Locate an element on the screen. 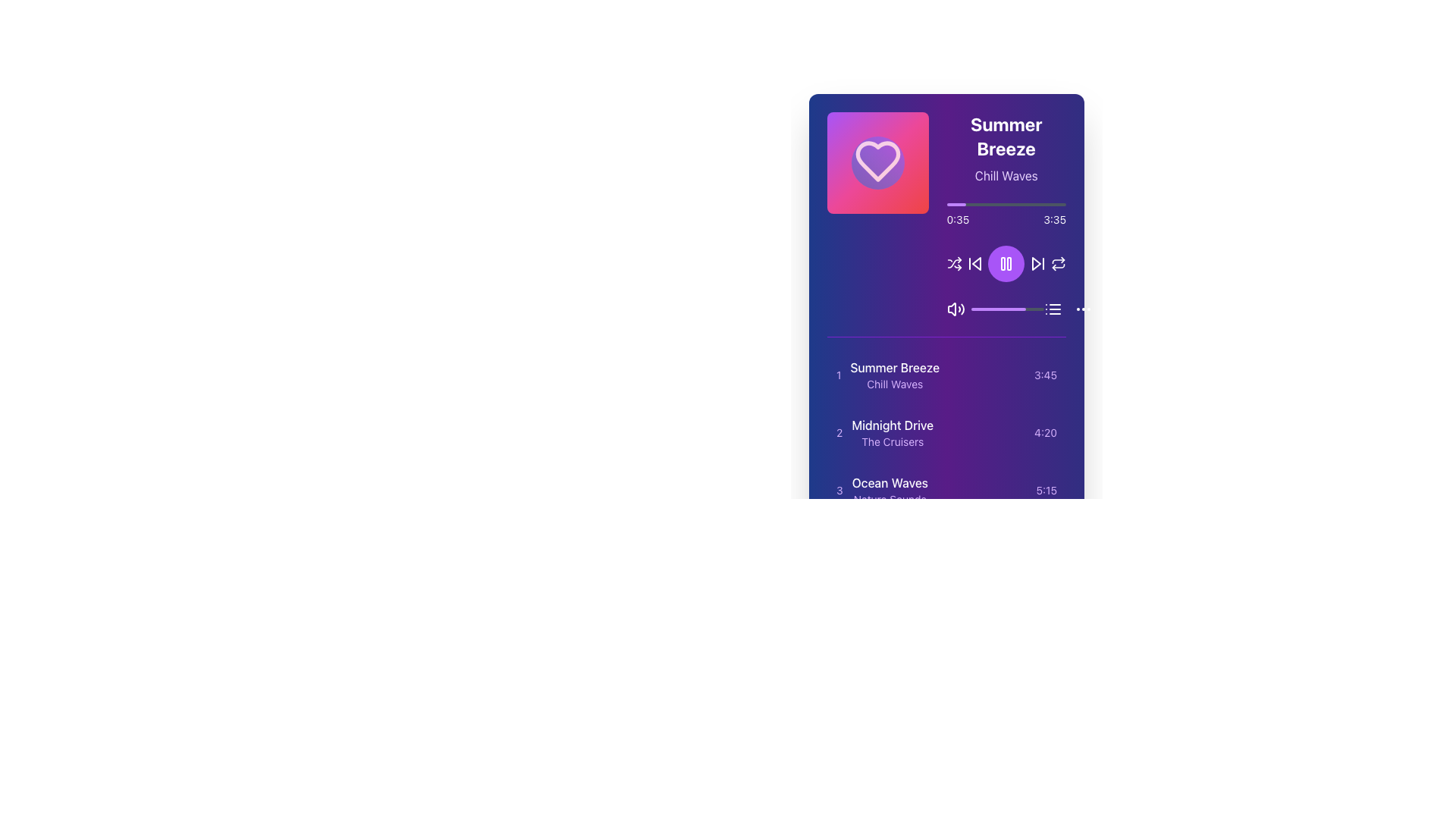 The width and height of the screenshot is (1456, 819). the text label displaying 'Midnight Drive' by 'The Cruisers', which is the second entry is located at coordinates (885, 432).